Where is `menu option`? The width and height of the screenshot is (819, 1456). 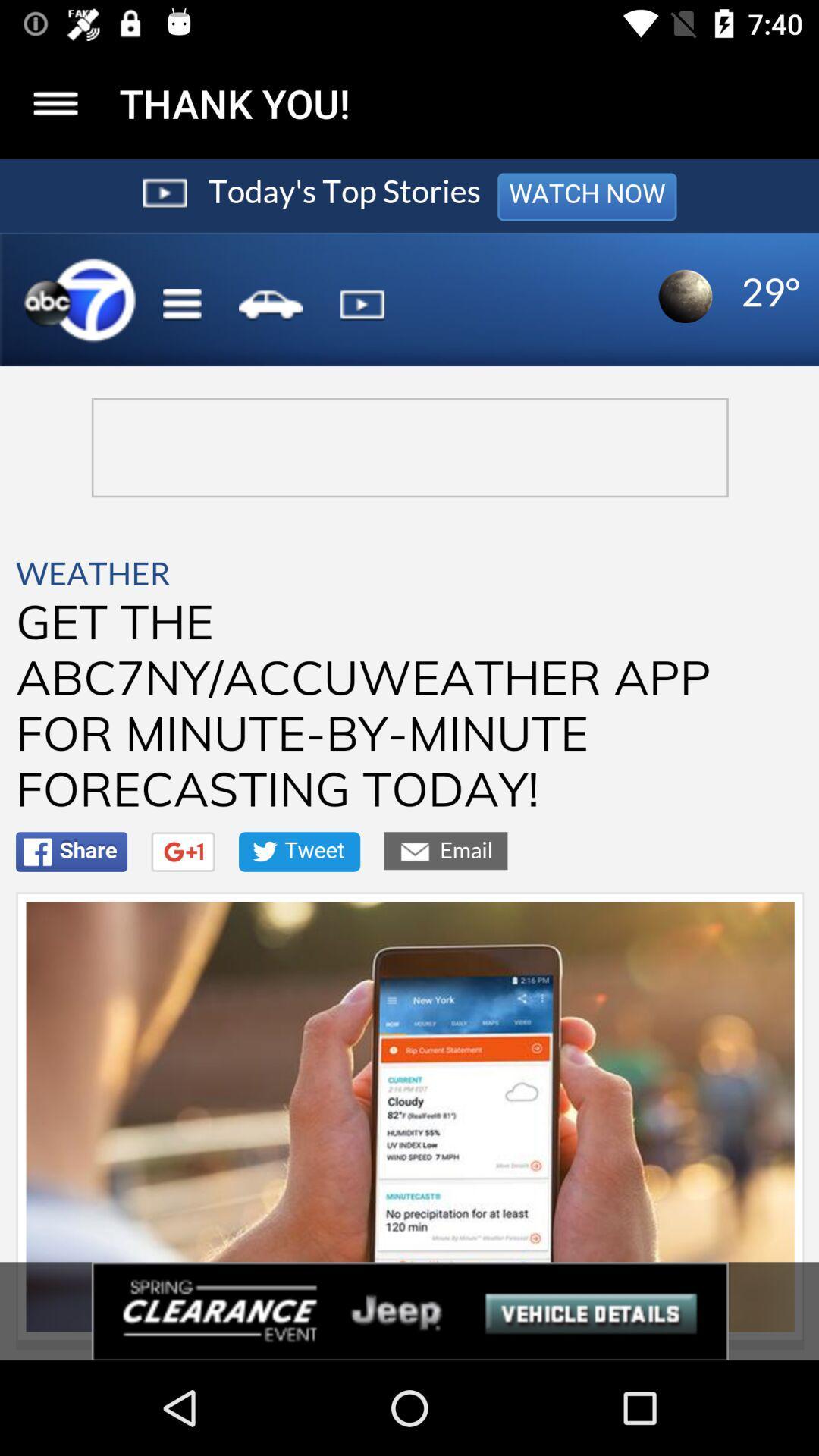
menu option is located at coordinates (55, 102).